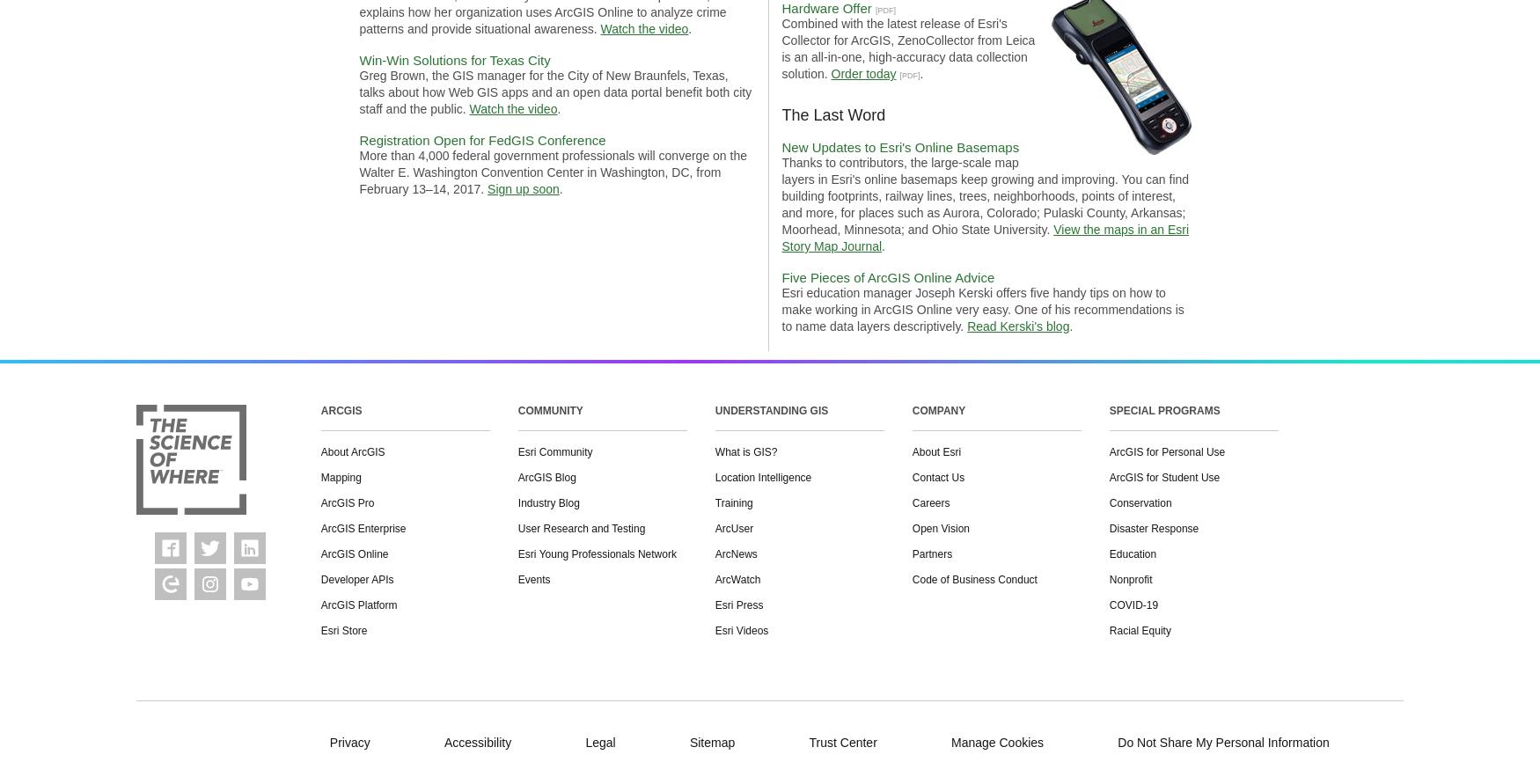 The image size is (1540, 784). I want to click on 'Careers', so click(929, 503).